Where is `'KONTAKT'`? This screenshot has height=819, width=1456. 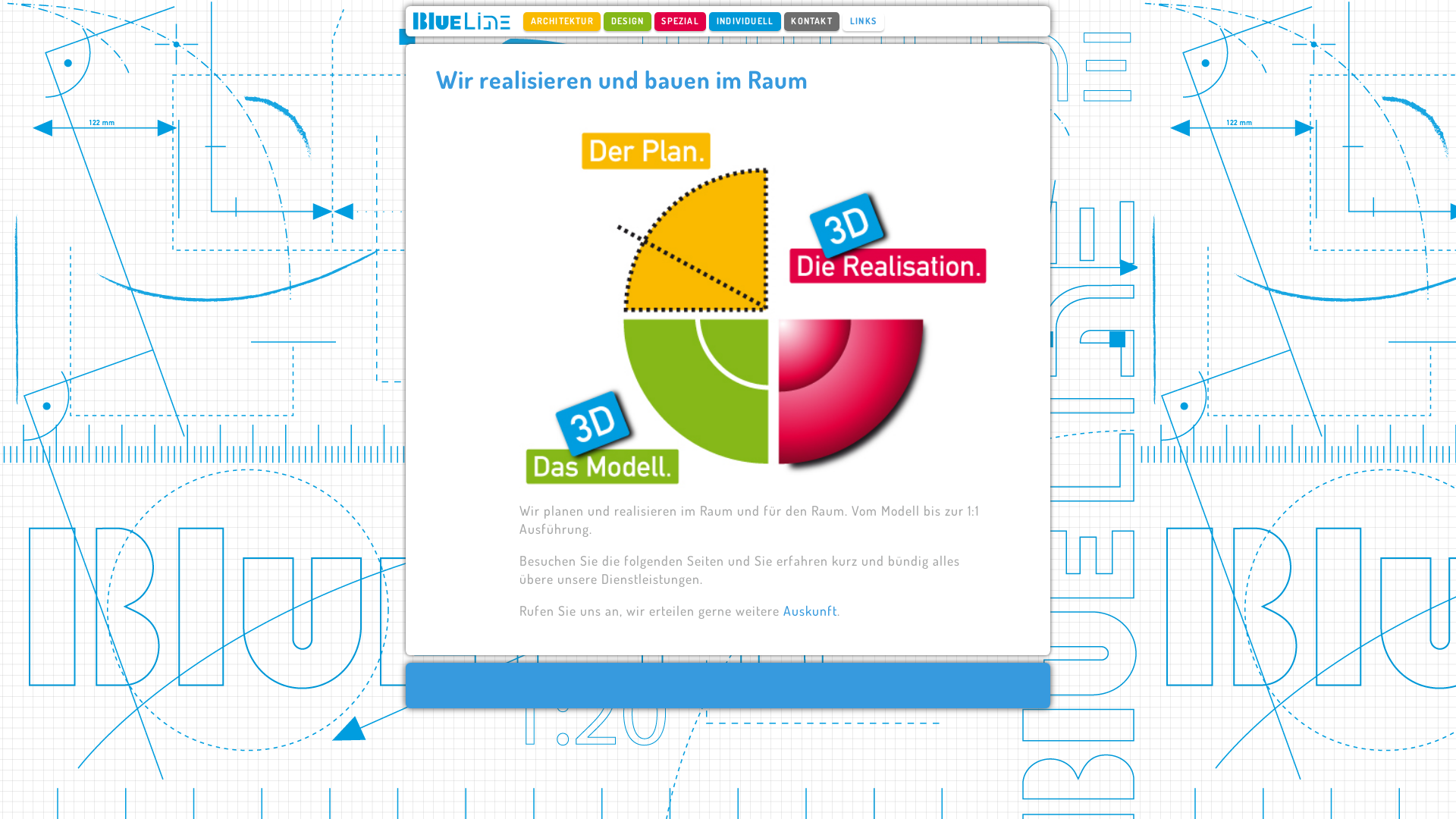 'KONTAKT' is located at coordinates (783, 21).